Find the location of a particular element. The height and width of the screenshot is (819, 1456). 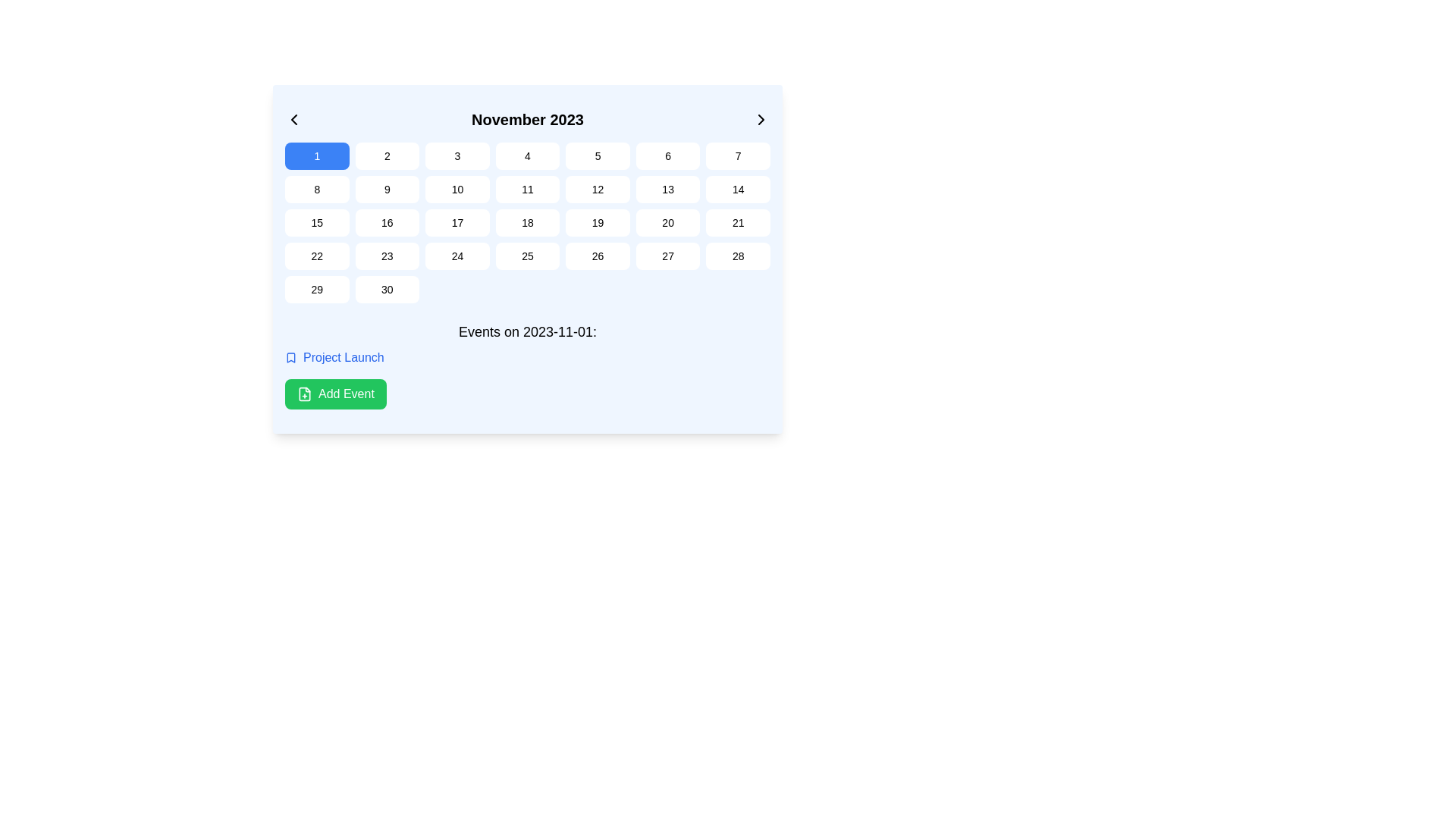

the rectangular button with a white background and the text '22' in black, located in the fourth row and first column of the calendar grid is located at coordinates (316, 256).